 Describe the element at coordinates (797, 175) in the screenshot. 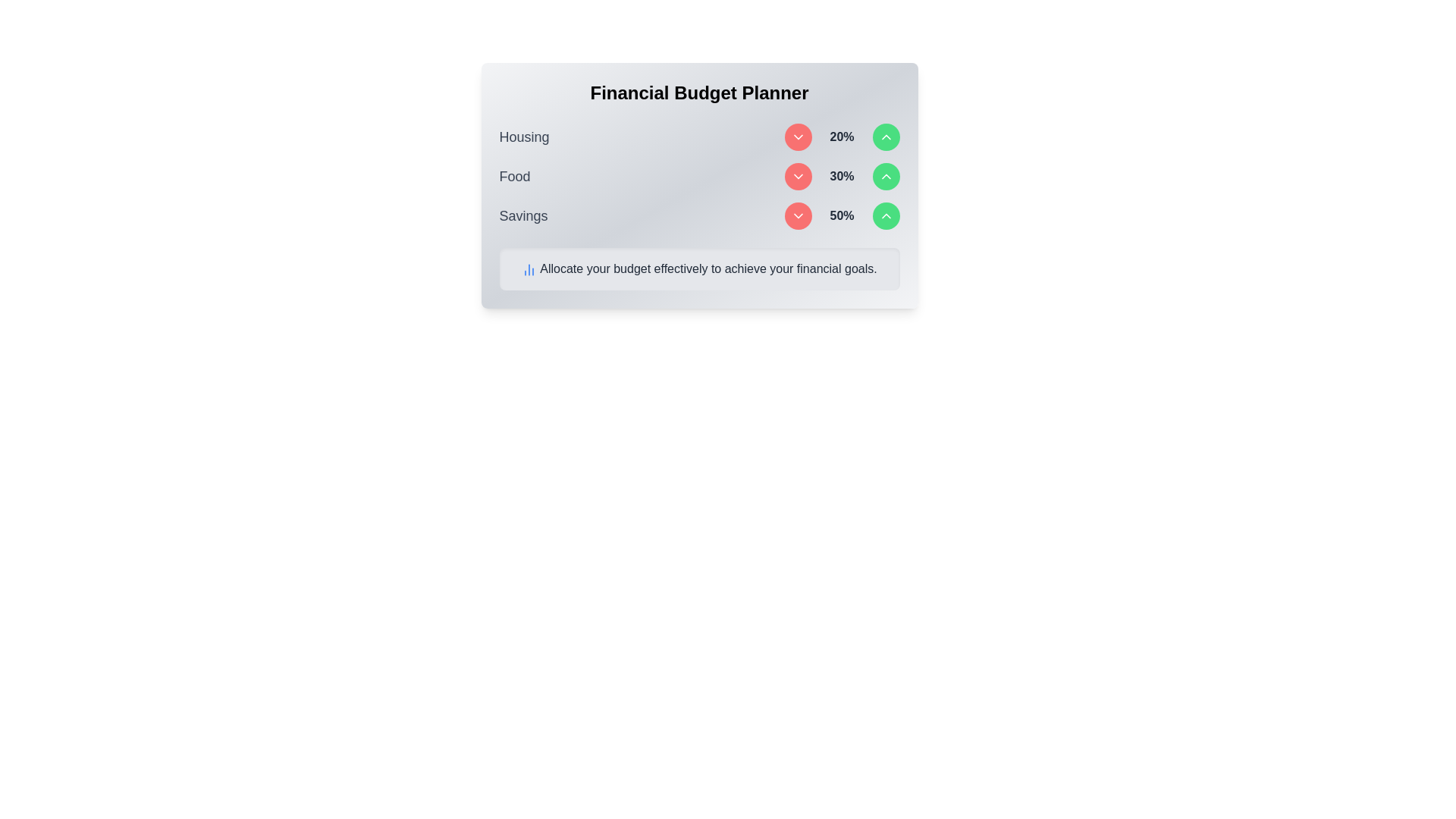

I see `the leftmost button in the 'Food' budget category row to trigger a visual response` at that location.